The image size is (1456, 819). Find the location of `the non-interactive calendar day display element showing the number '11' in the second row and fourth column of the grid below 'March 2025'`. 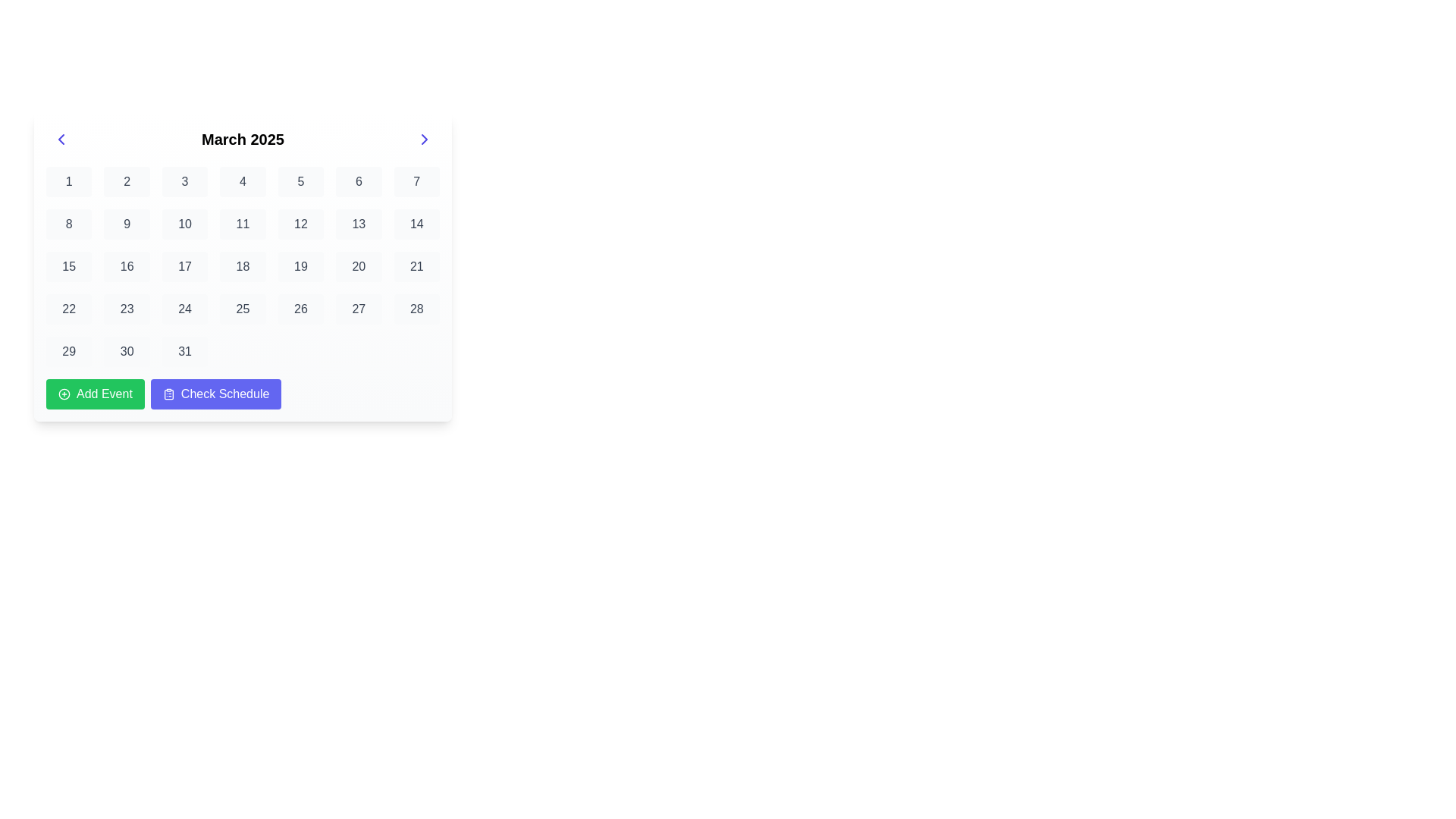

the non-interactive calendar day display element showing the number '11' in the second row and fourth column of the grid below 'March 2025' is located at coordinates (243, 224).